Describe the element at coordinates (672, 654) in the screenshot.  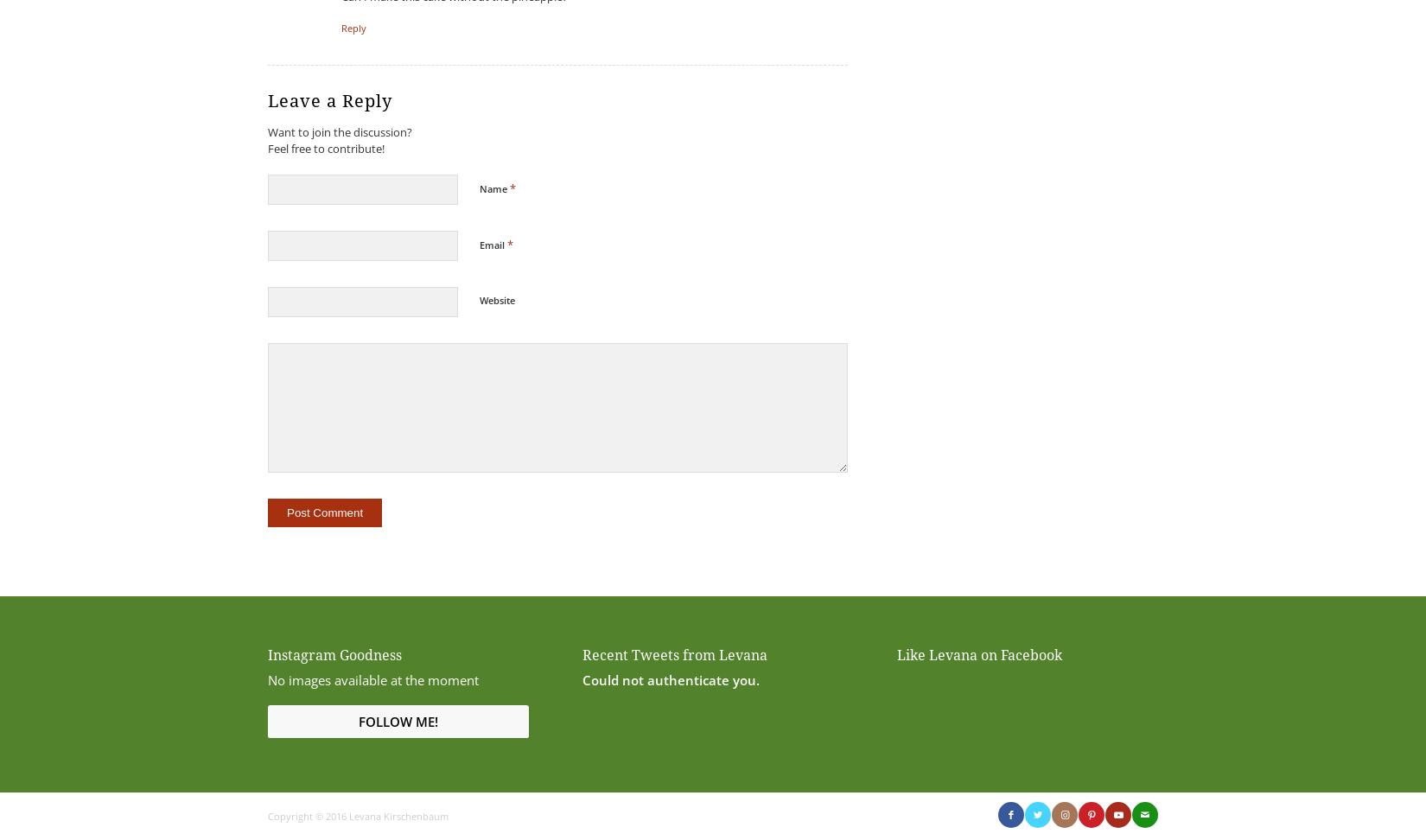
I see `'Recent Tweets from Levana'` at that location.